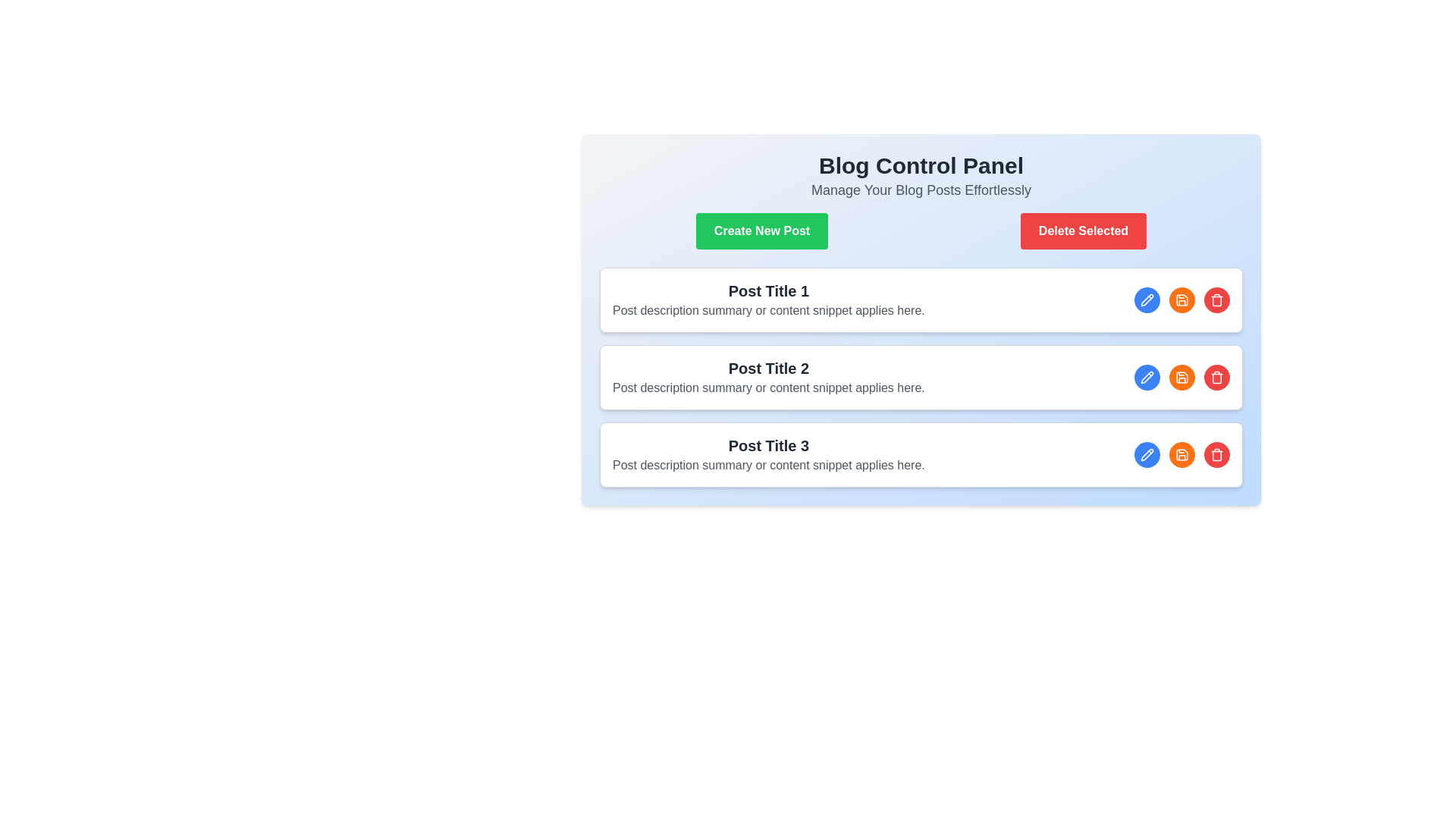  Describe the element at coordinates (920, 166) in the screenshot. I see `text of the heading that identifies the main purpose of the page, which indicates it is the control panel for blog management` at that location.